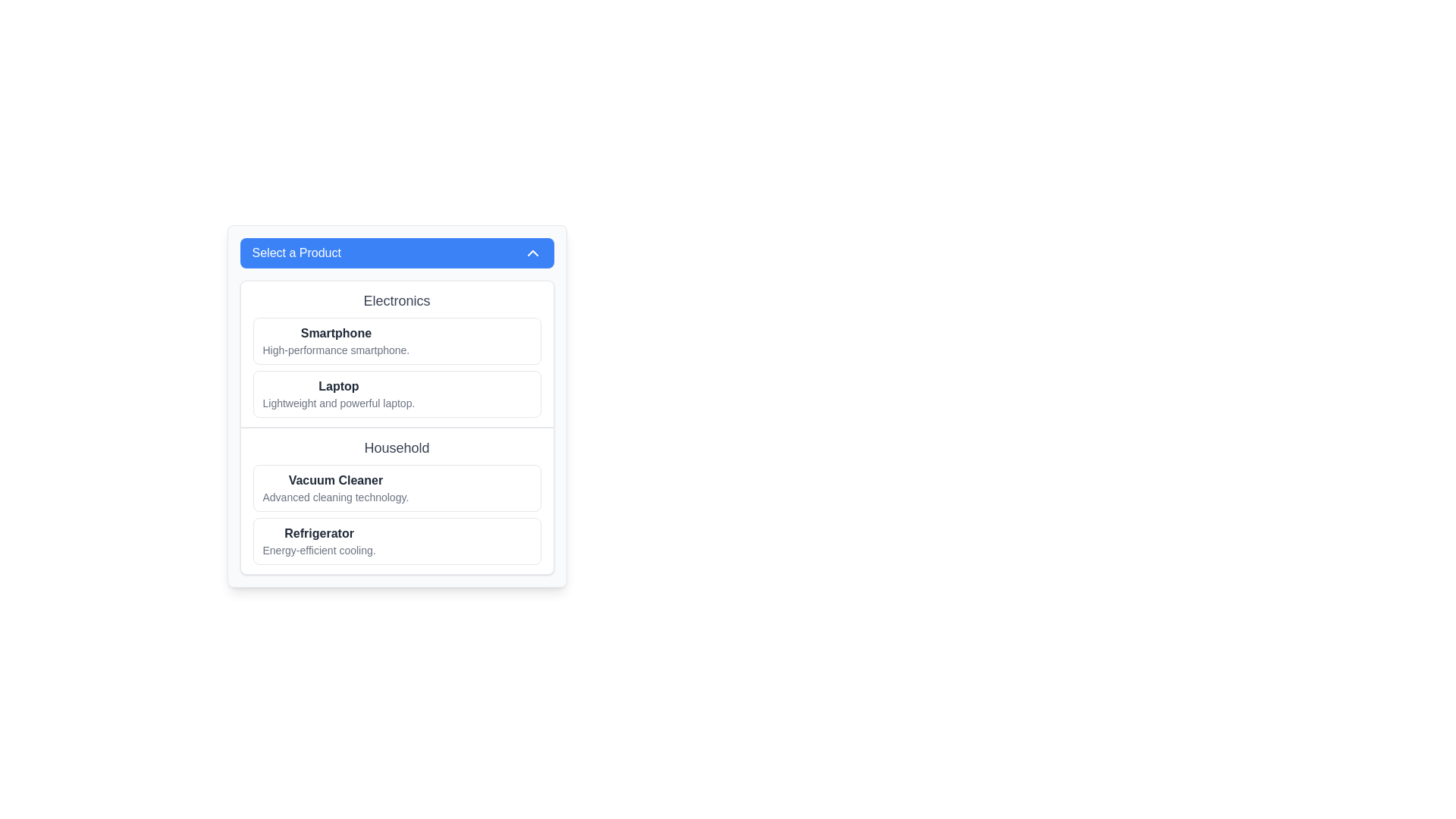 This screenshot has height=819, width=1456. Describe the element at coordinates (334, 480) in the screenshot. I see `the bold text label 'Vacuum Cleaner' located at the top of the rectangular section under the 'Household' category` at that location.